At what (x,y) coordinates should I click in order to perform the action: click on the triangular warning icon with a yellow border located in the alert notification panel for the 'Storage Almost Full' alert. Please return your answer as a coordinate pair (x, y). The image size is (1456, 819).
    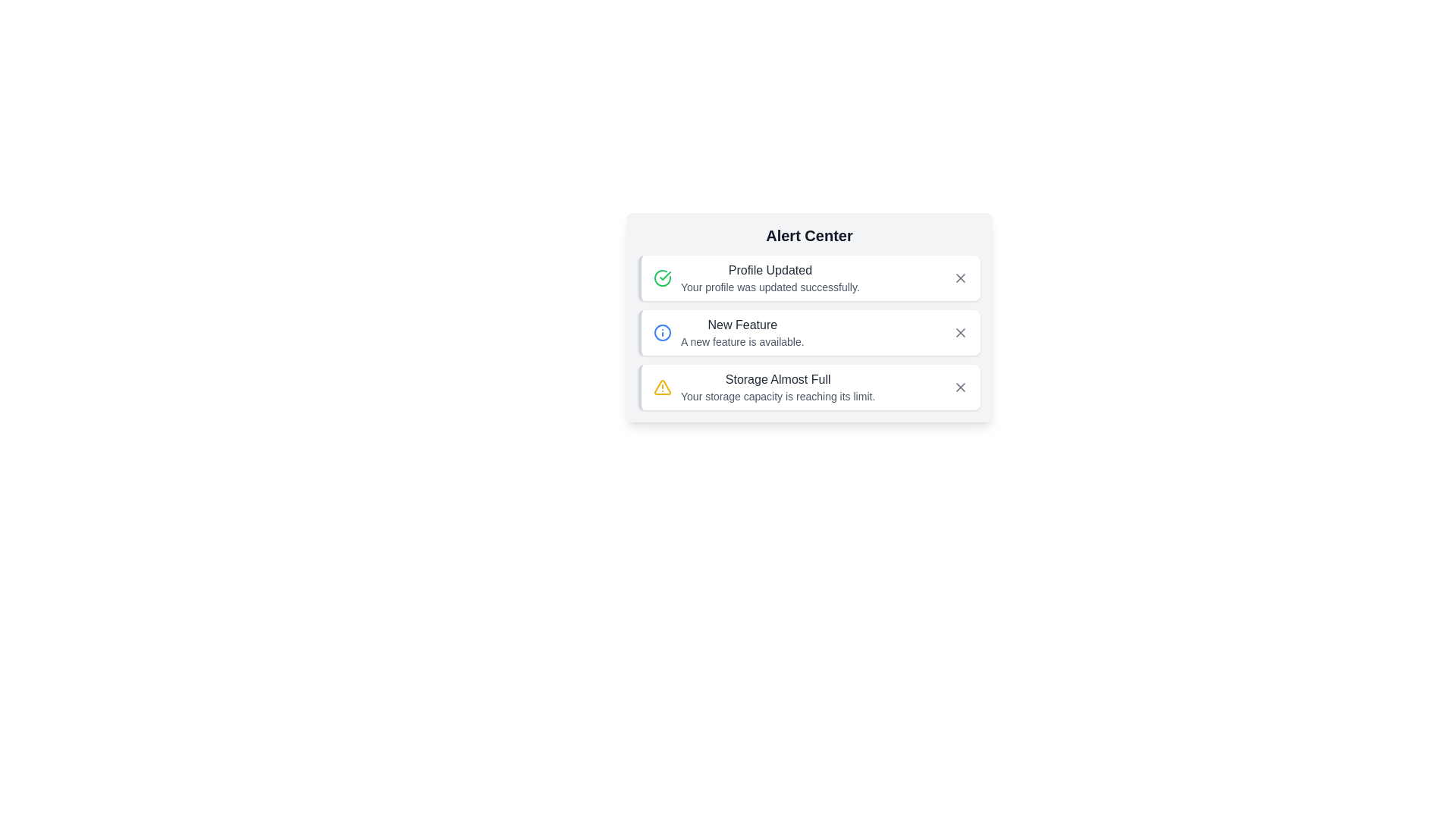
    Looking at the image, I should click on (662, 386).